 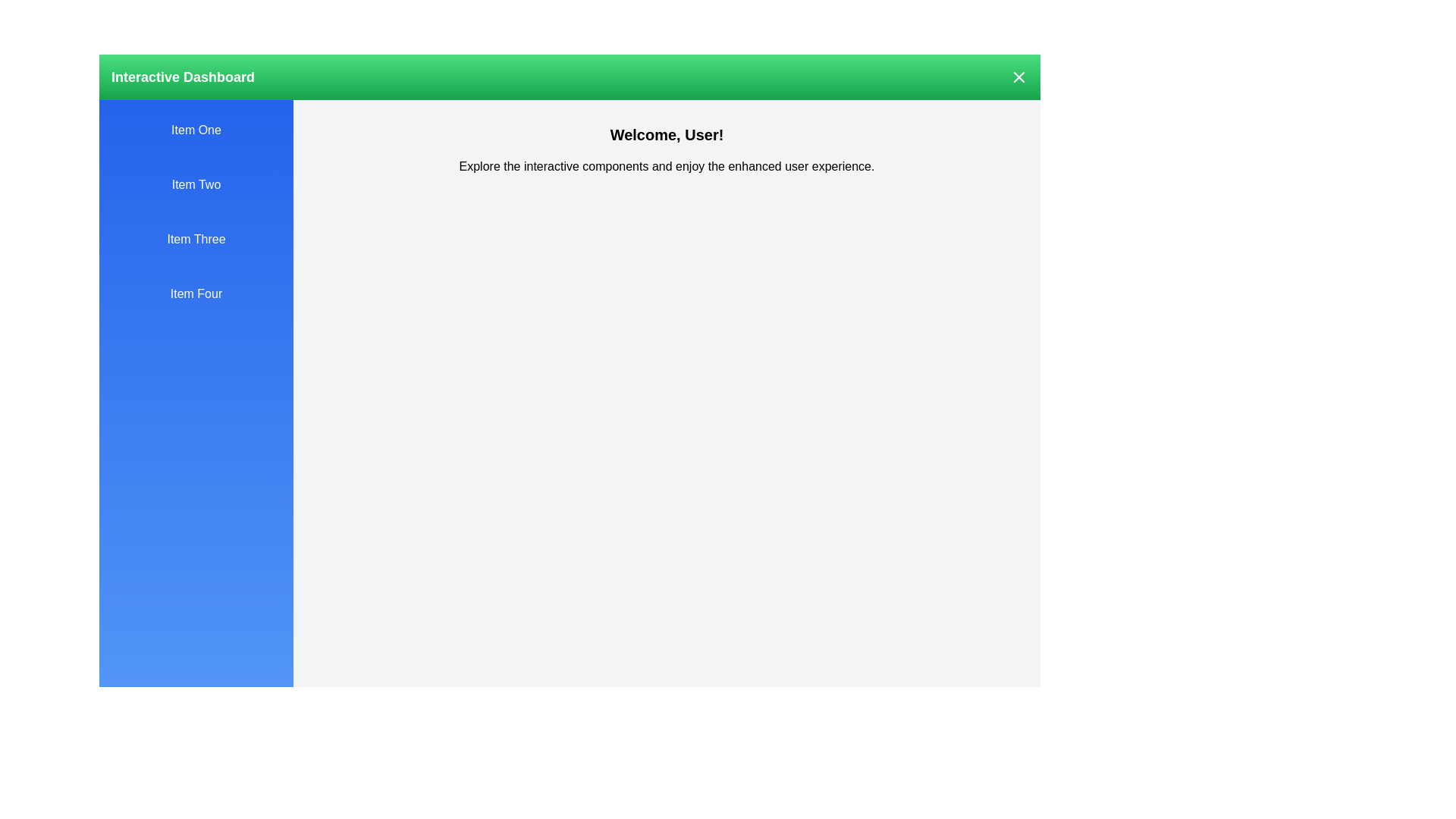 What do you see at coordinates (196, 239) in the screenshot?
I see `the drawer item Item Three to observe the hover effect` at bounding box center [196, 239].